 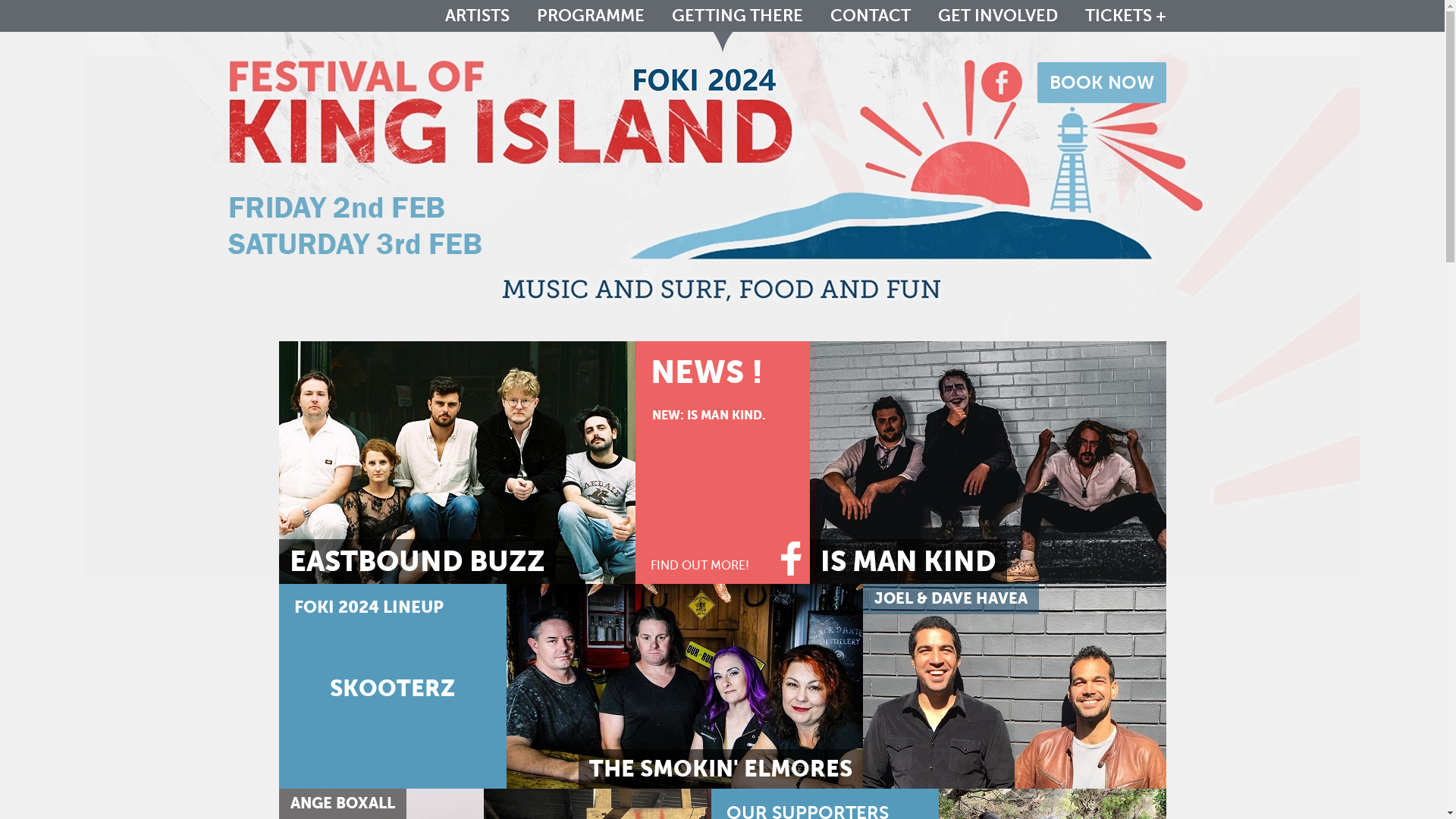 What do you see at coordinates (589, 15) in the screenshot?
I see `'PROGRAMME'` at bounding box center [589, 15].